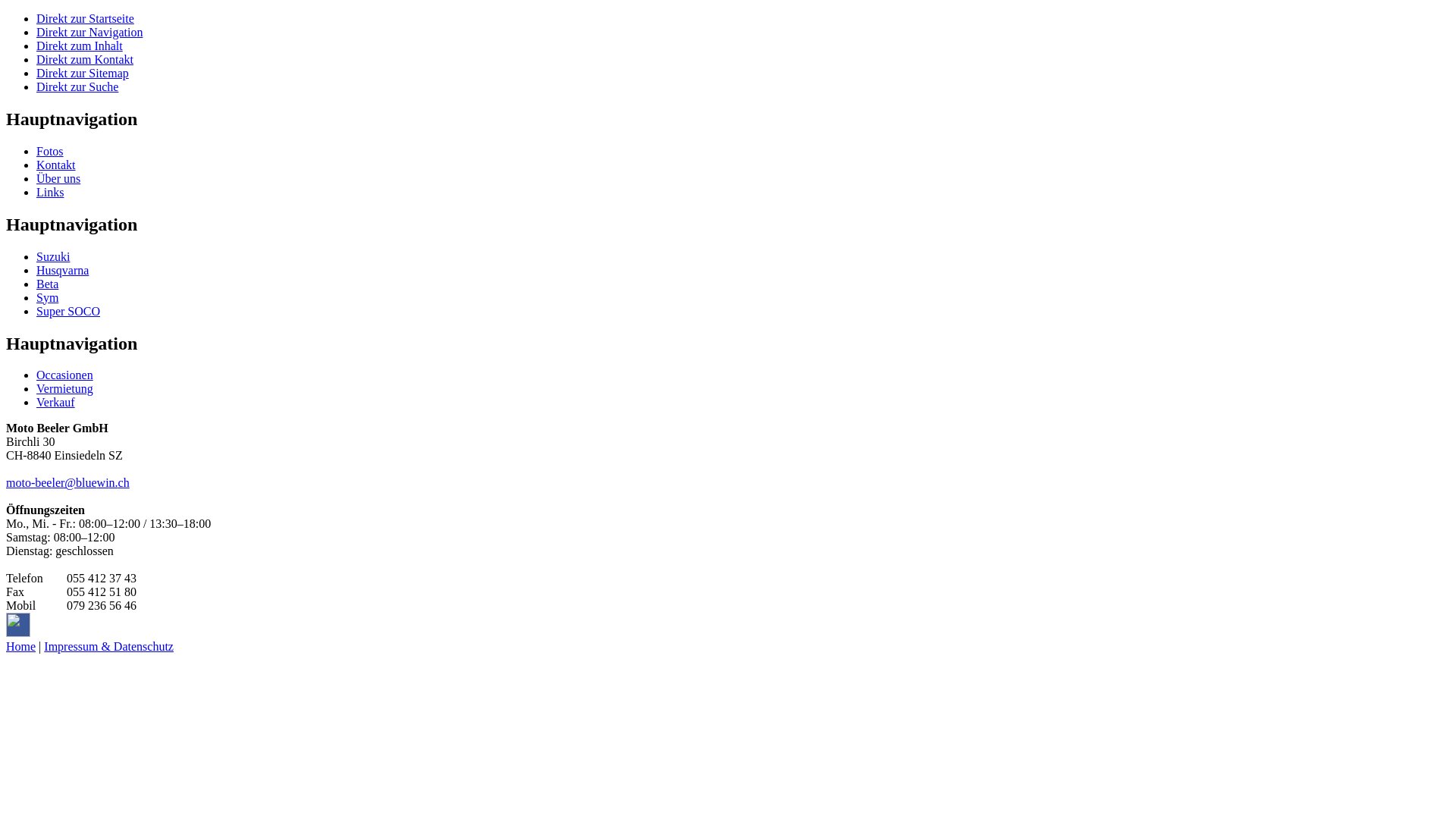  I want to click on 'Husqvarna', so click(61, 269).